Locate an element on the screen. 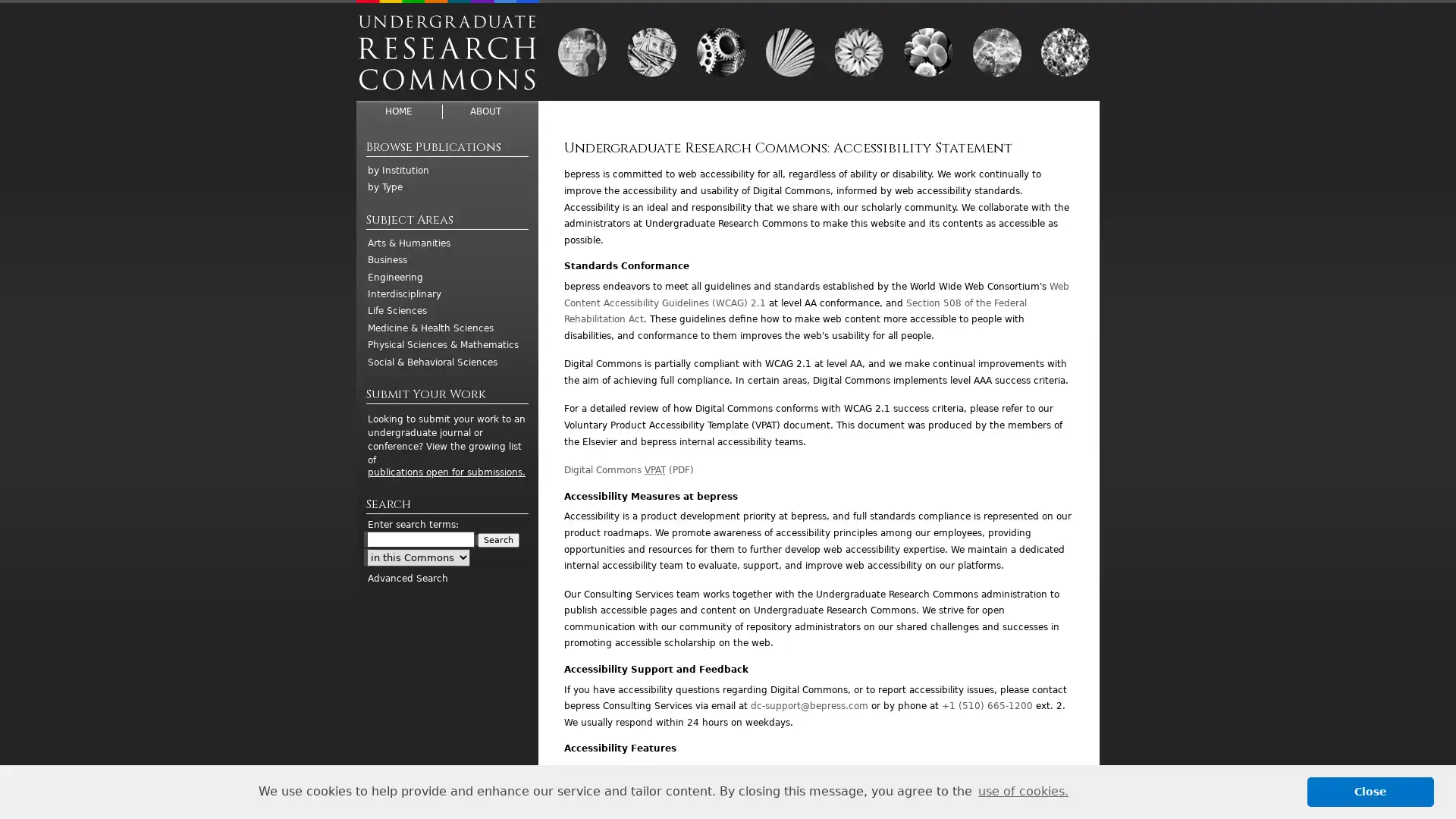 The height and width of the screenshot is (819, 1456). dismiss cookie message is located at coordinates (1370, 791).